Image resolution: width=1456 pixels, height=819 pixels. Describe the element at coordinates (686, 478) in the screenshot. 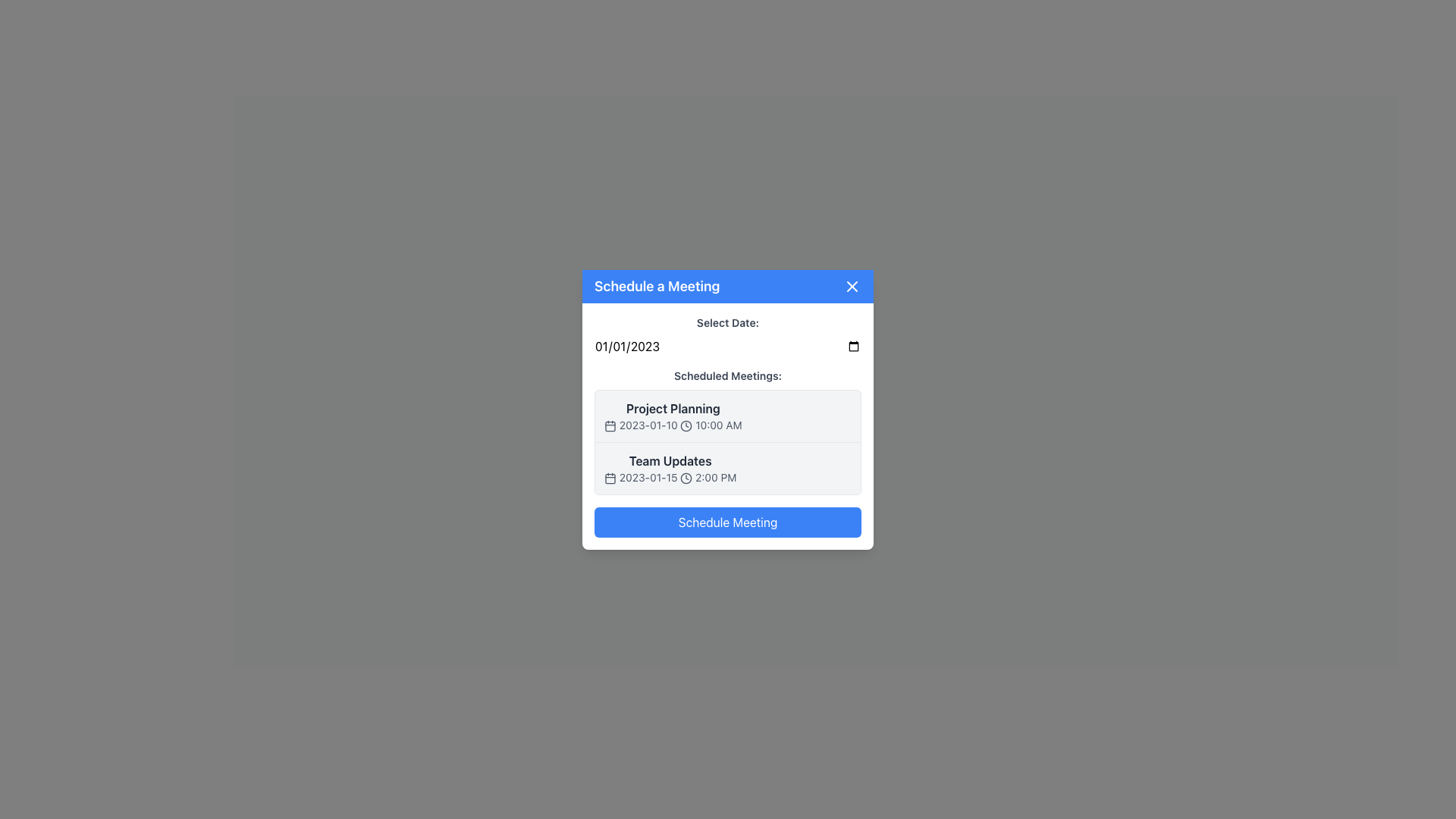

I see `the time indicator icon located slightly to the left of '2:00 PM' in the 'Team Updates' entry within the 'Scheduled Meetings' section of the 'Schedule a Meeting' modal` at that location.